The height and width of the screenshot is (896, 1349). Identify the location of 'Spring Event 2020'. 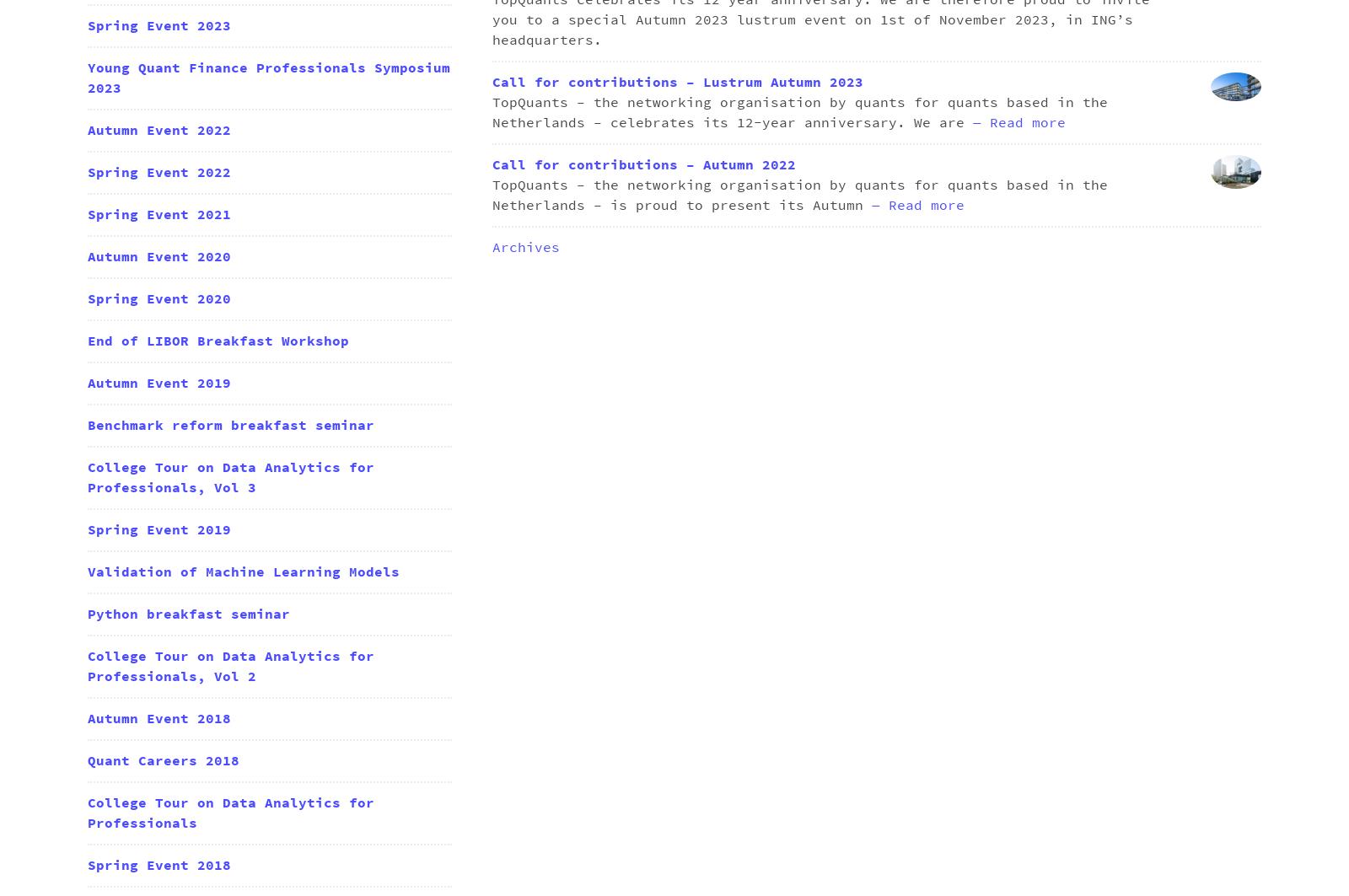
(158, 299).